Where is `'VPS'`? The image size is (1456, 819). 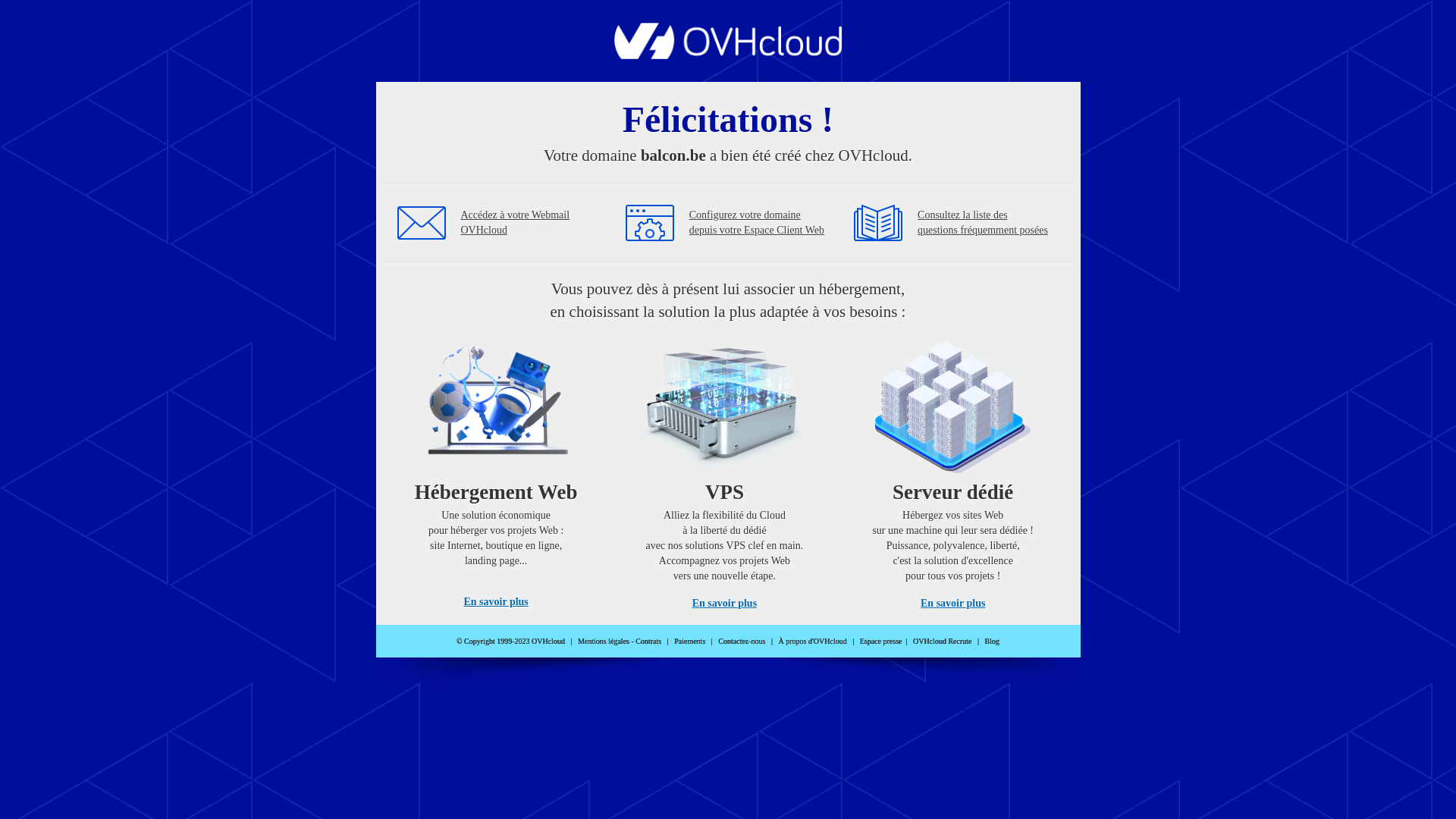
'VPS' is located at coordinates (723, 469).